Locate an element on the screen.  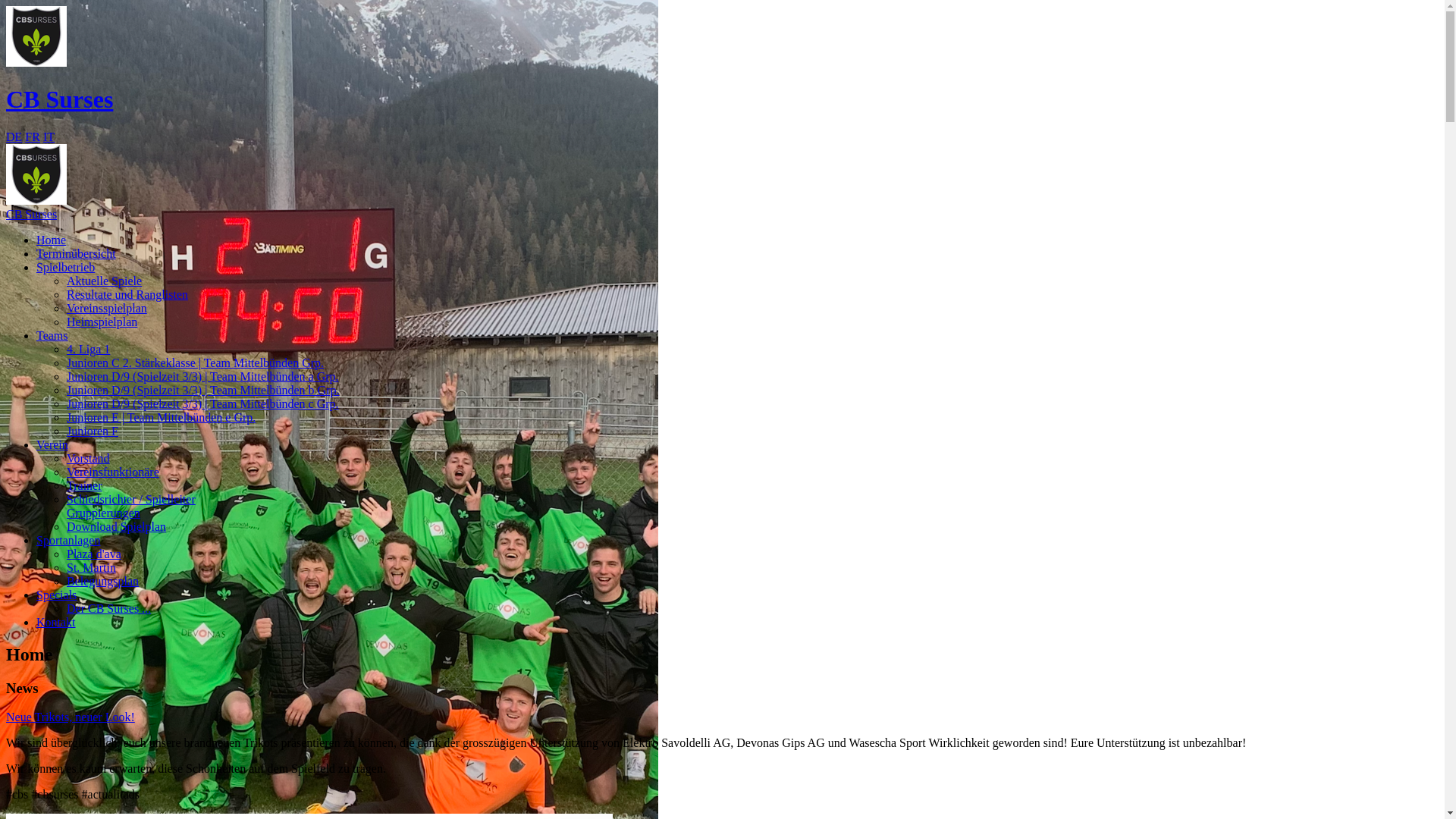
'Gruppierungen' is located at coordinates (102, 512).